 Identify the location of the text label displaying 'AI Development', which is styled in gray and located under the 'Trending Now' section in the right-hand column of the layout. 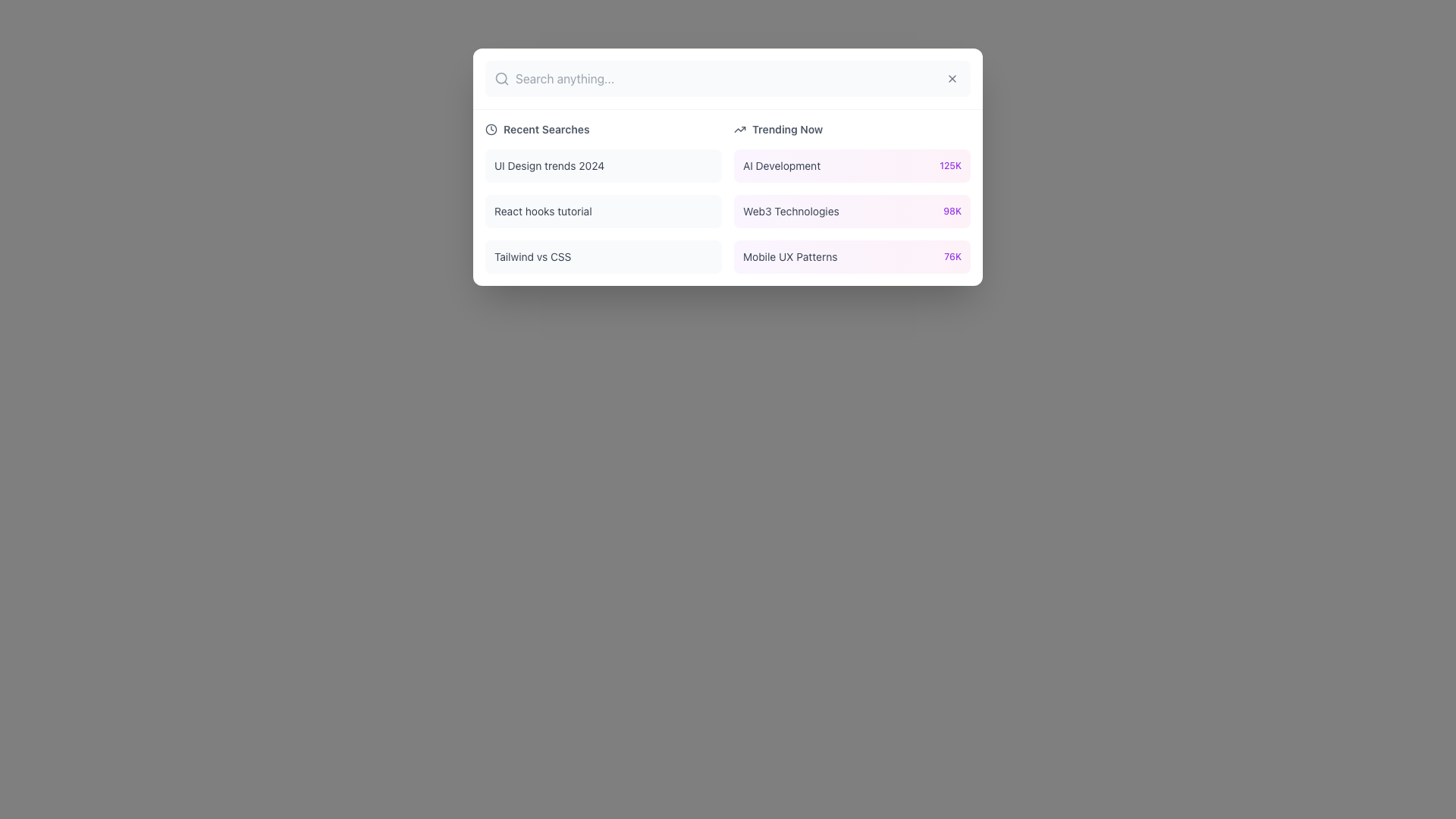
(782, 166).